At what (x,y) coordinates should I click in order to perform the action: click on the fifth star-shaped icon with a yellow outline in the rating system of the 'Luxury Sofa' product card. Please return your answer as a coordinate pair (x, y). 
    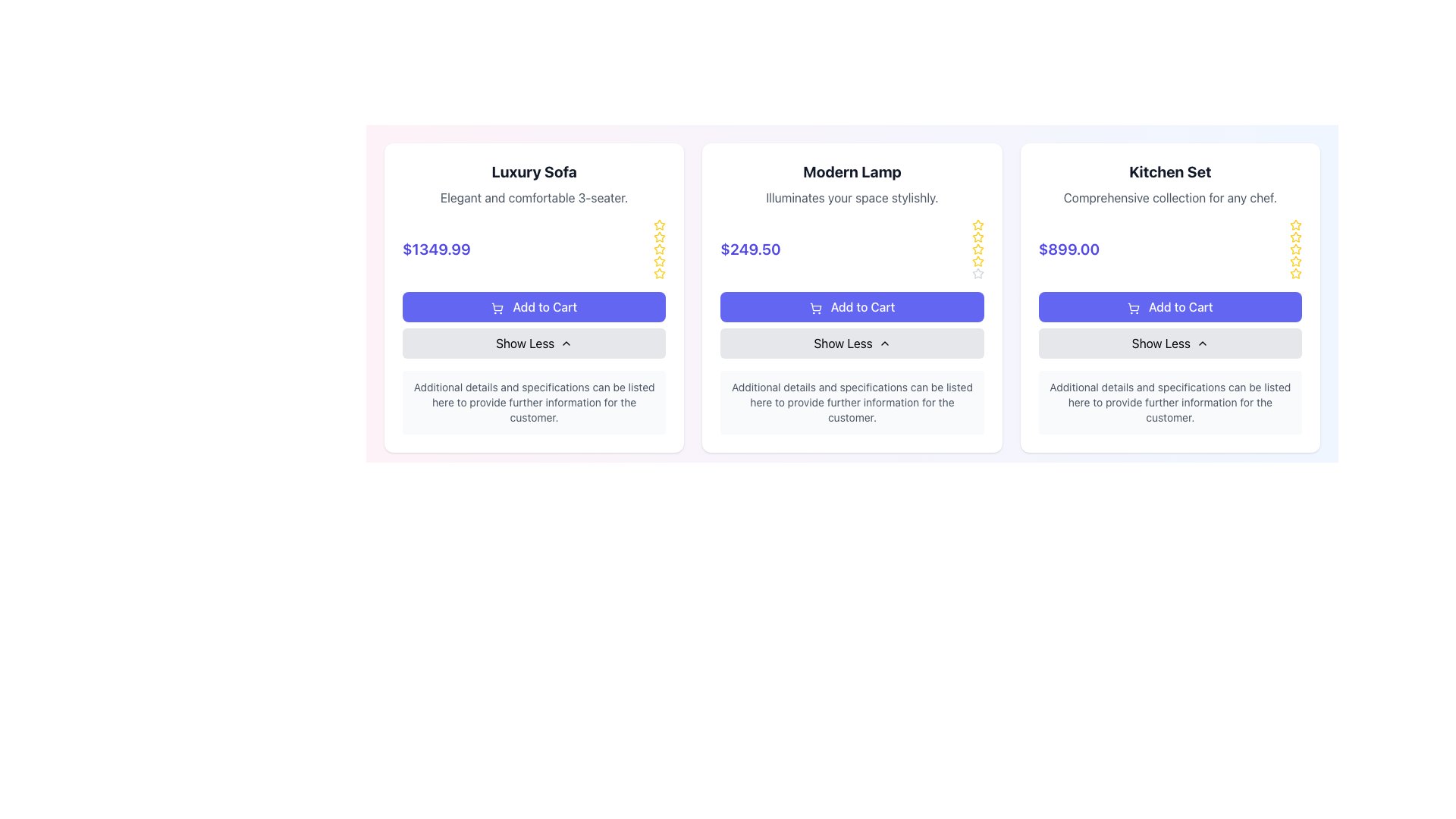
    Looking at the image, I should click on (660, 274).